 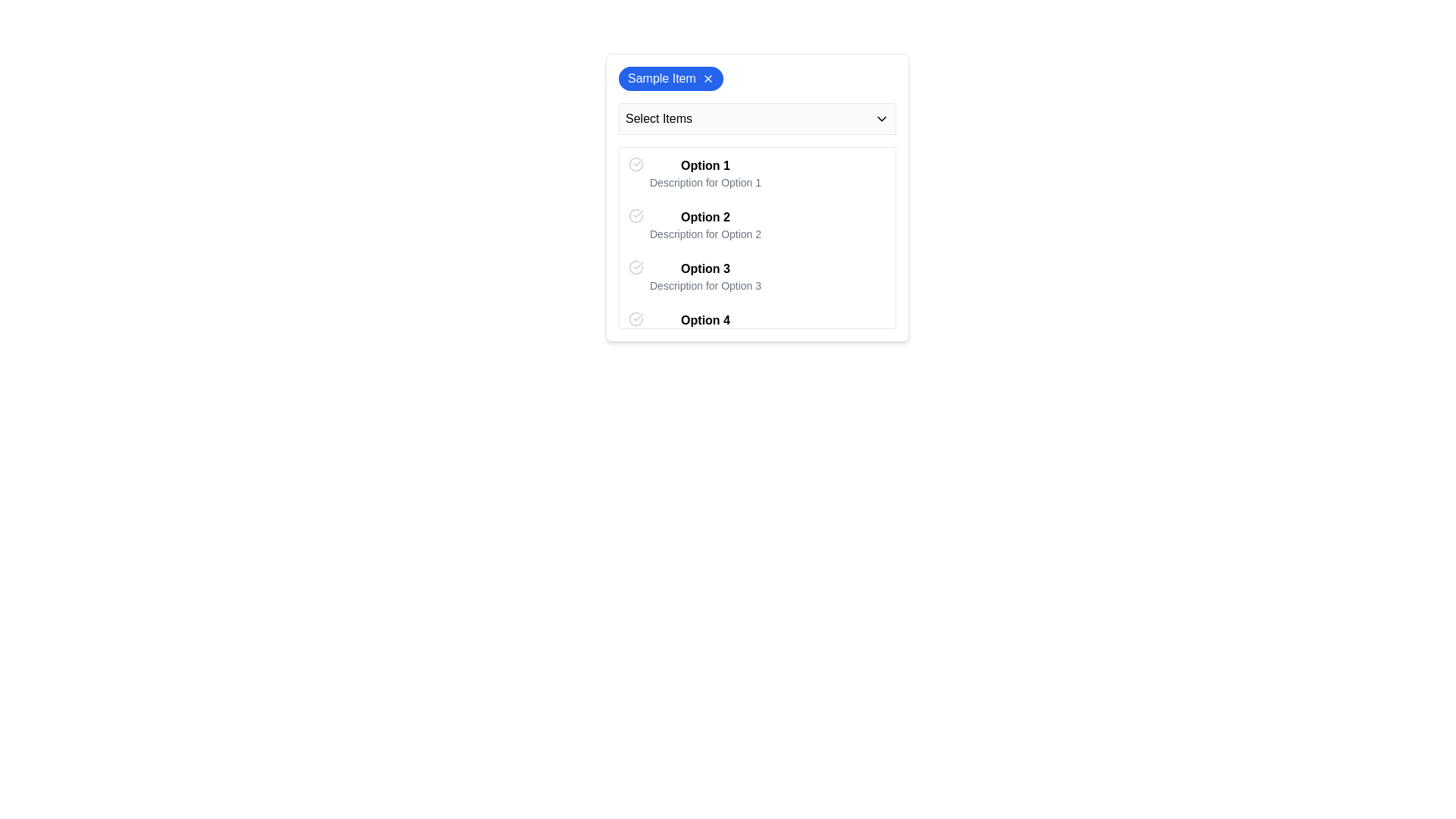 I want to click on the circular checkmark icon within the 'Option 4' dropdown, which is styled in gray and has a transparent background, so click(x=636, y=318).